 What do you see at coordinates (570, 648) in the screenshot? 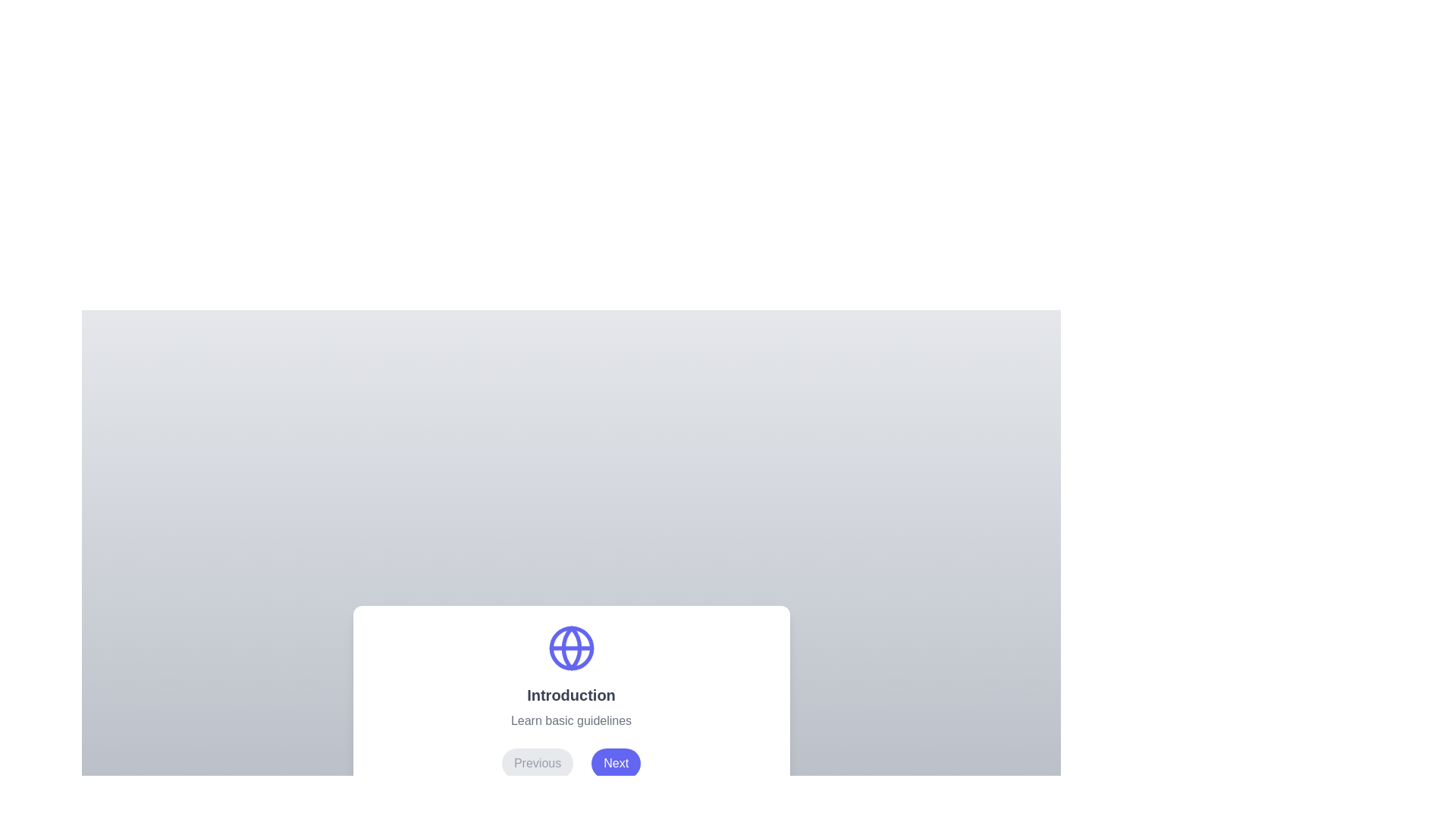
I see `the displayed icon Globe` at bounding box center [570, 648].